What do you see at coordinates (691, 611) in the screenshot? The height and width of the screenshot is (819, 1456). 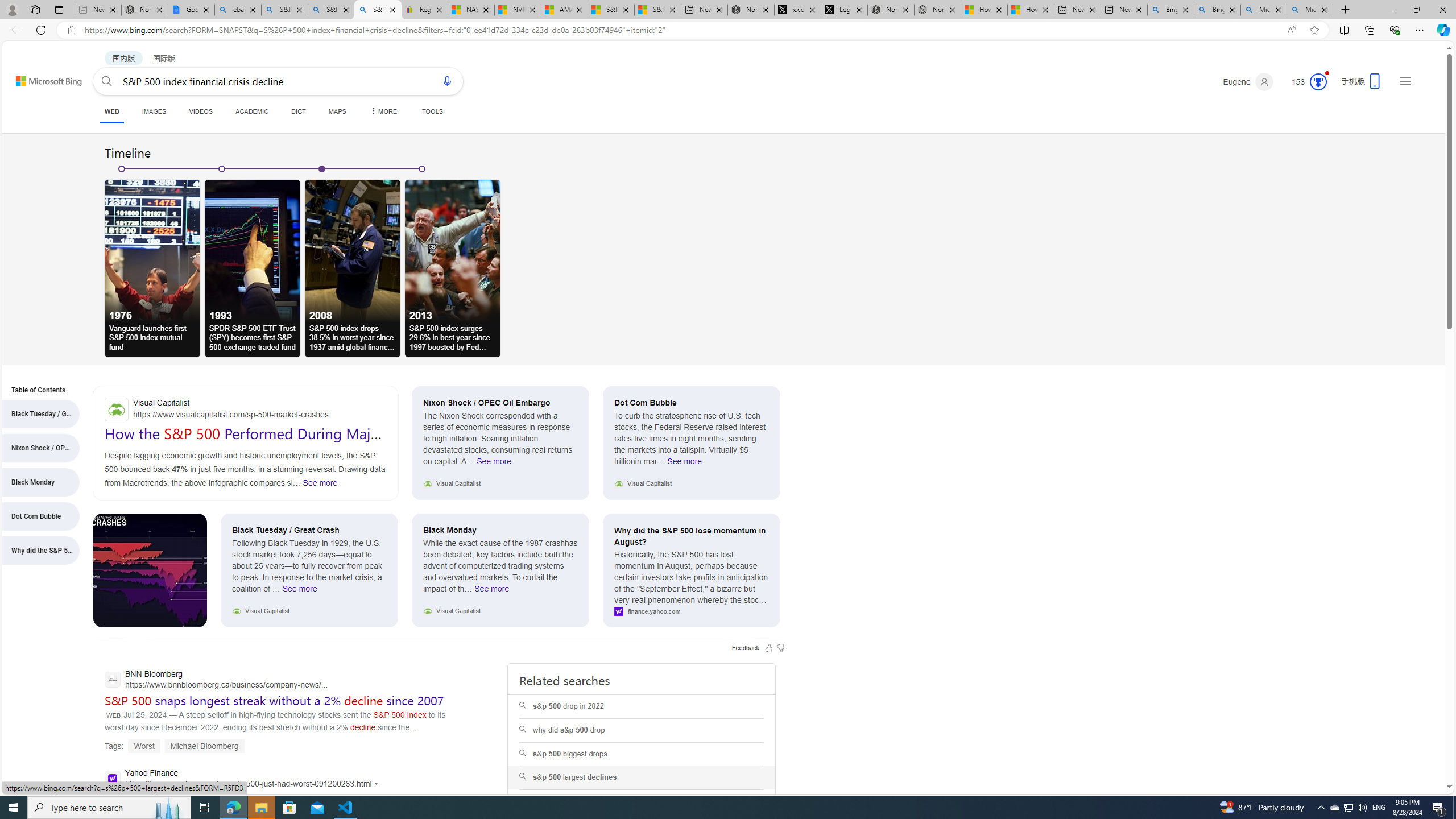 I see `'finance.yahoo.com'` at bounding box center [691, 611].